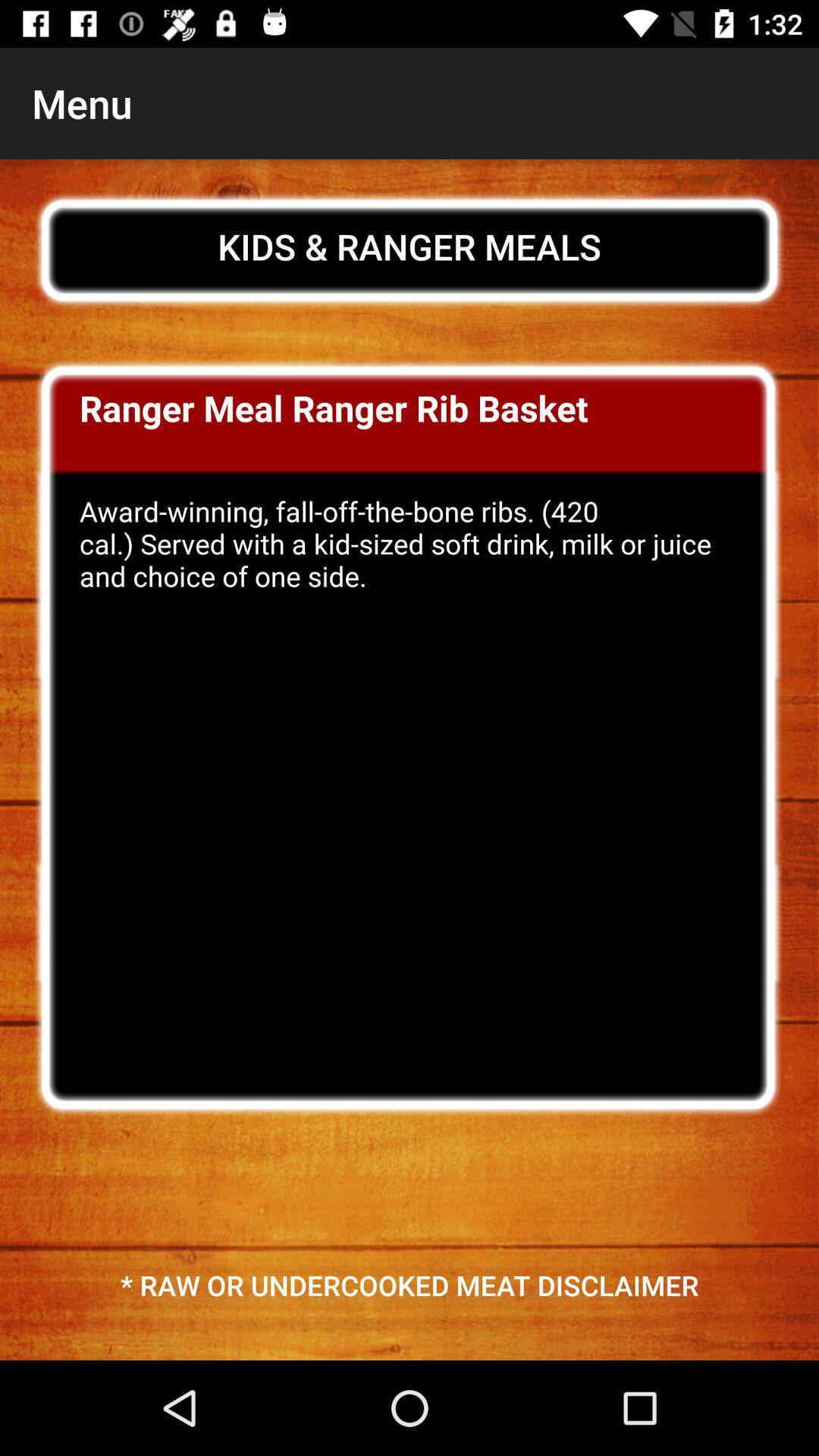 Image resolution: width=819 pixels, height=1456 pixels. What do you see at coordinates (409, 246) in the screenshot?
I see `the icon below the menu app` at bounding box center [409, 246].